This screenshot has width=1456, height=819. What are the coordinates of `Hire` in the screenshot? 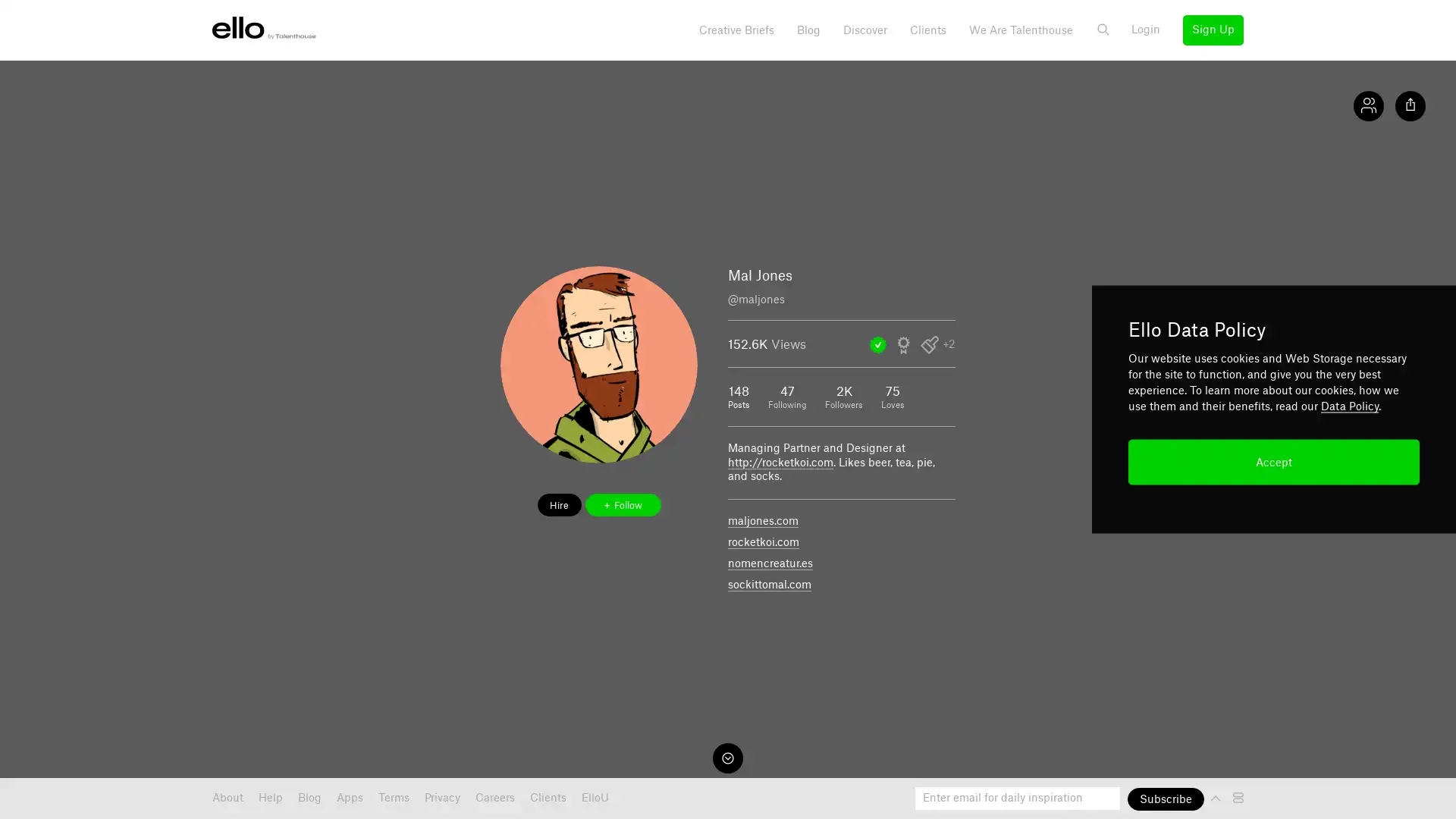 It's located at (558, 505).